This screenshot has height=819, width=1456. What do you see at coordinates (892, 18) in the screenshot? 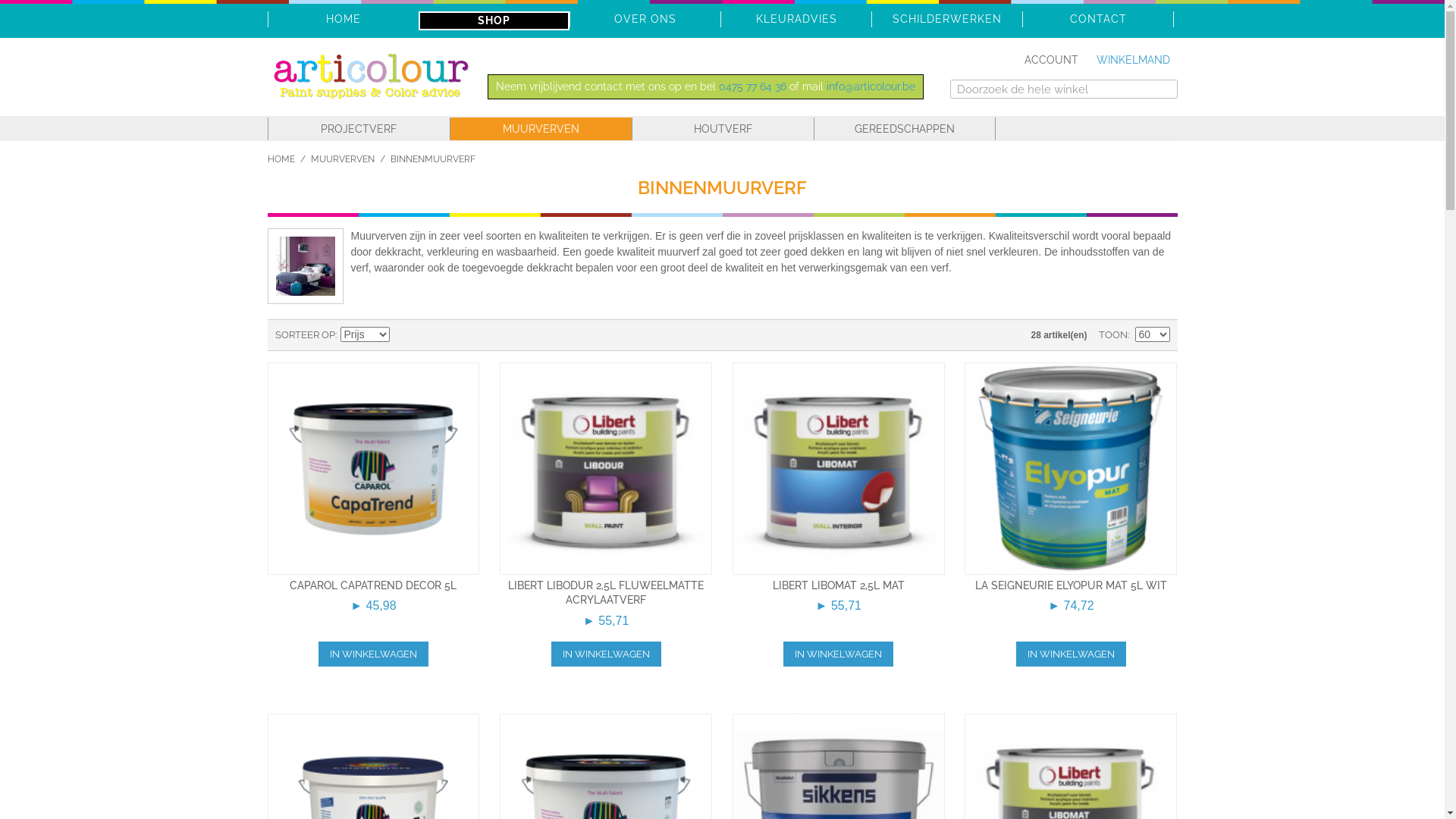
I see `'SCHILDERWERKEN'` at bounding box center [892, 18].